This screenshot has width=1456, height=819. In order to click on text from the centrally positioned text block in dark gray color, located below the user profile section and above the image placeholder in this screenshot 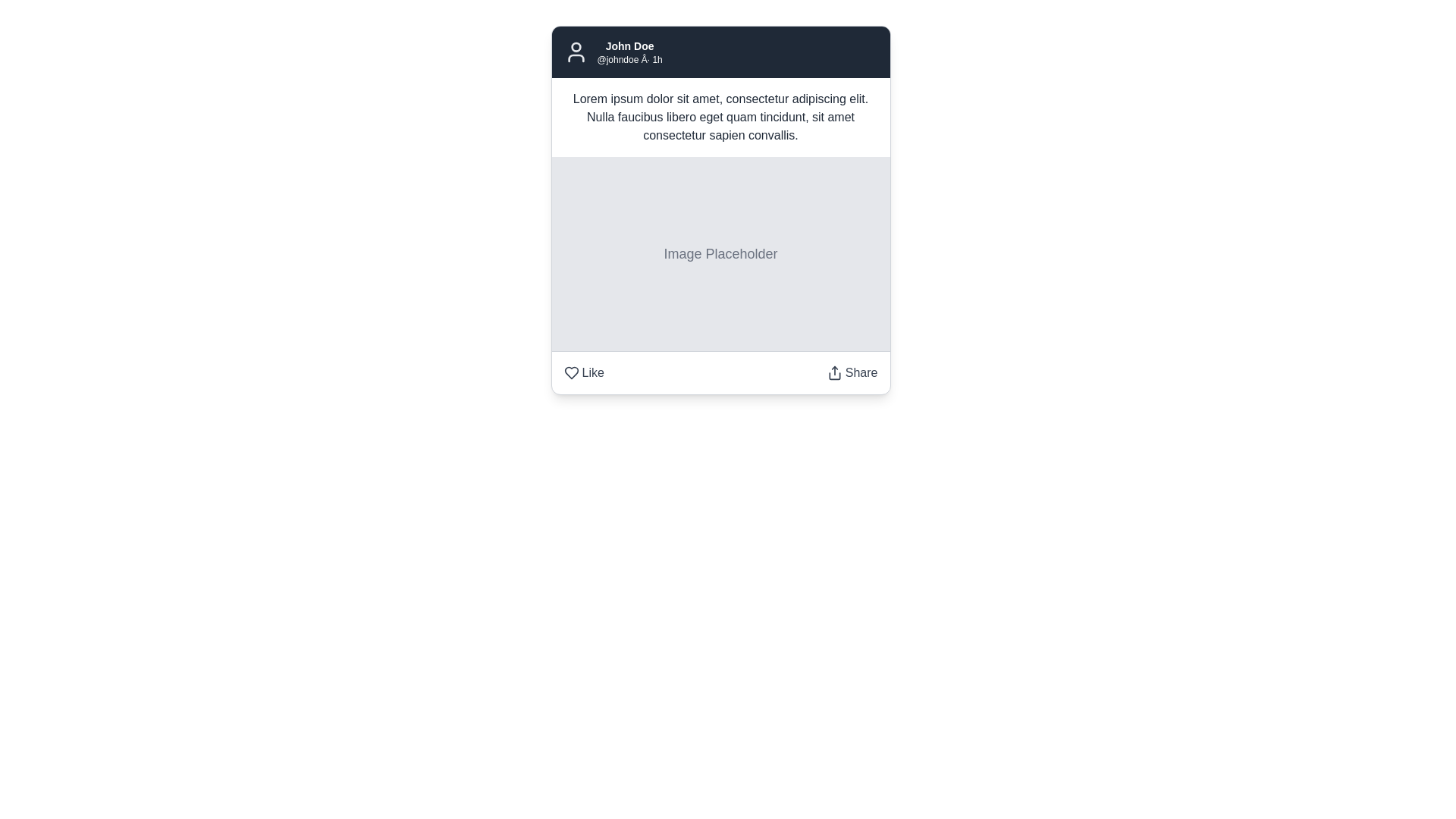, I will do `click(720, 116)`.